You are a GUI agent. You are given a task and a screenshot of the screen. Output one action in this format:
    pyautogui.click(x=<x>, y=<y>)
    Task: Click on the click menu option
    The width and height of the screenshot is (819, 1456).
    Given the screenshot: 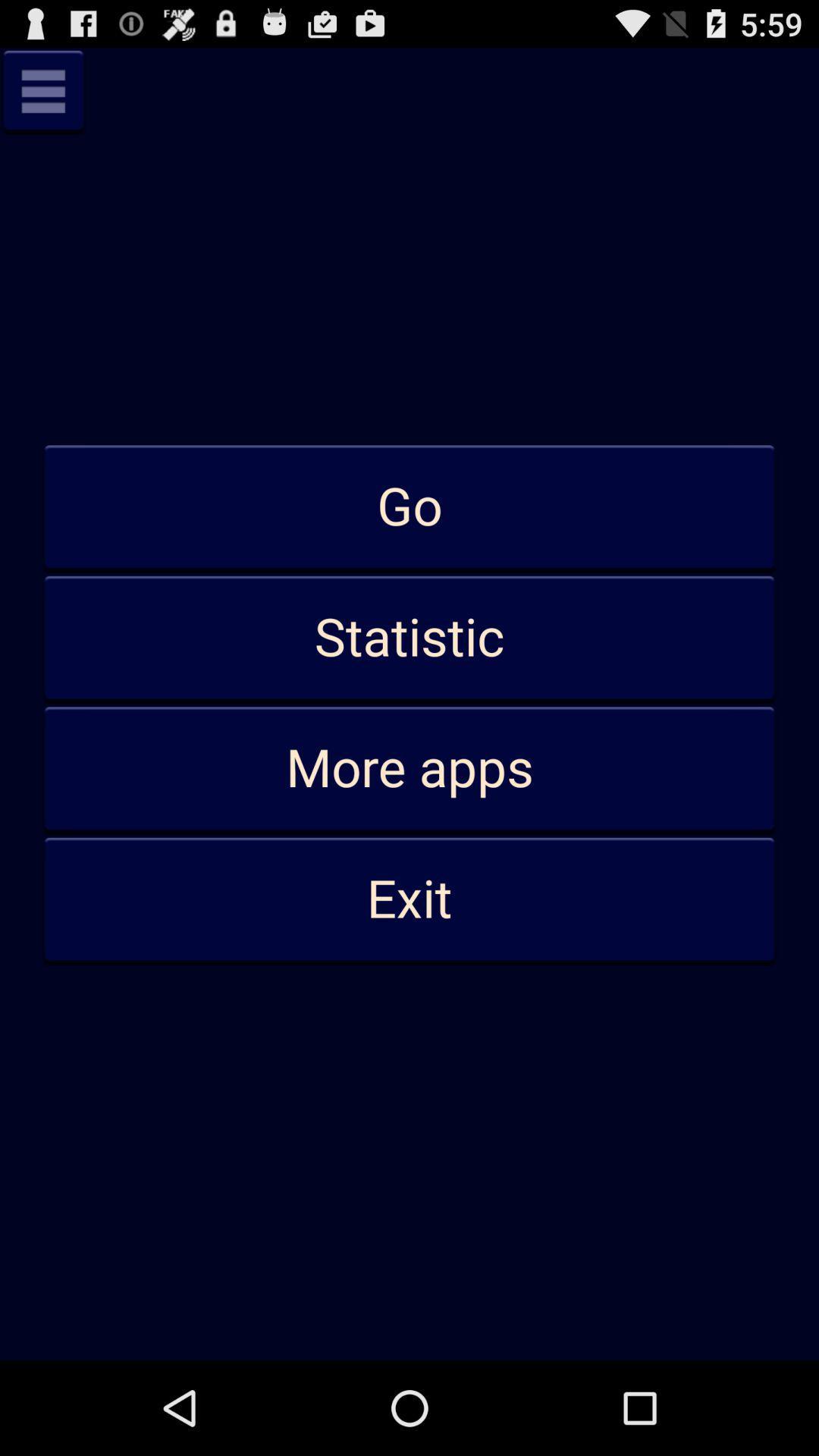 What is the action you would take?
    pyautogui.click(x=42, y=90)
    